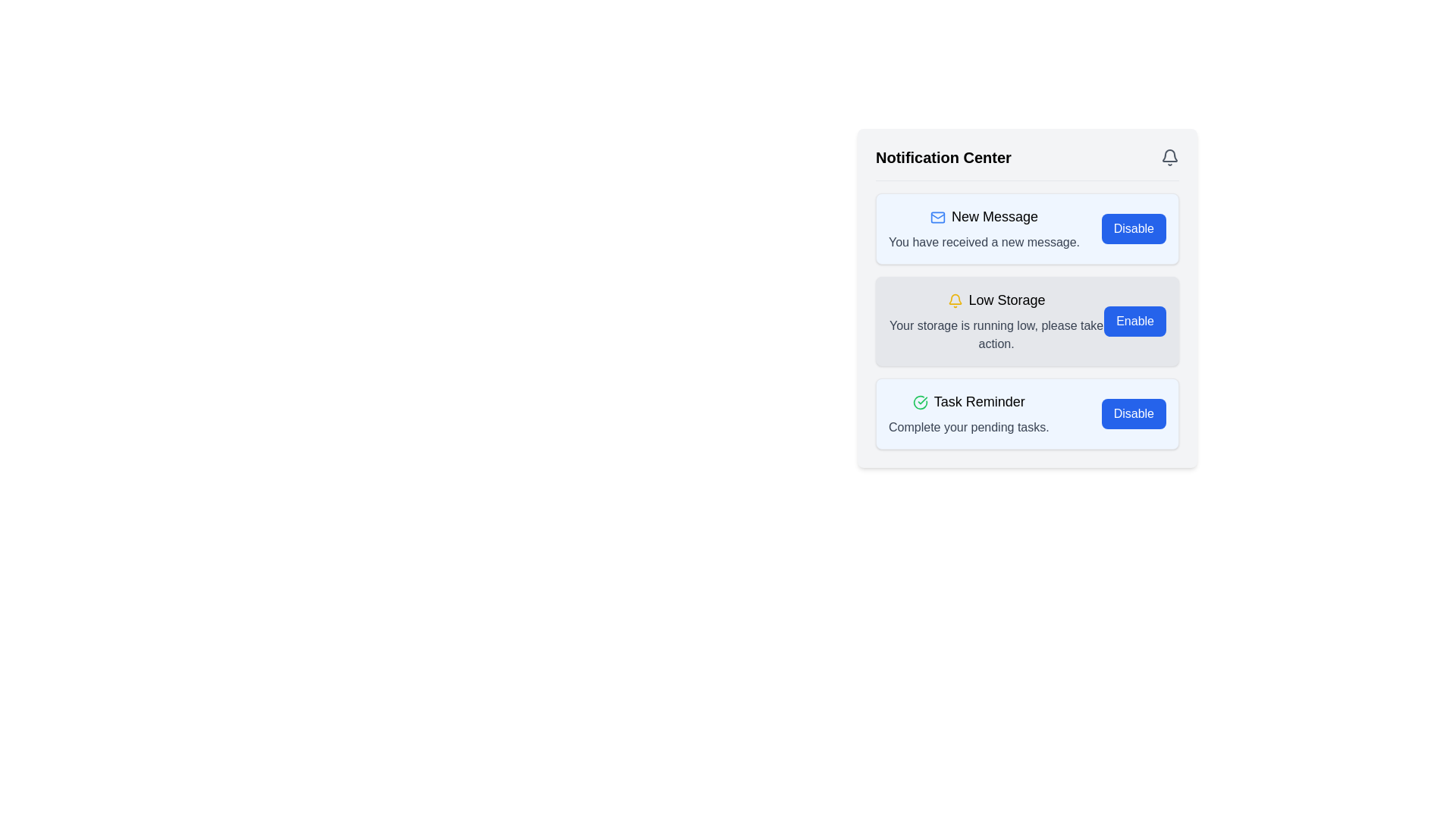 This screenshot has width=1456, height=819. What do you see at coordinates (1169, 155) in the screenshot?
I see `the bell-shaped notification icon located in the upper-right corner of the notification center panel` at bounding box center [1169, 155].